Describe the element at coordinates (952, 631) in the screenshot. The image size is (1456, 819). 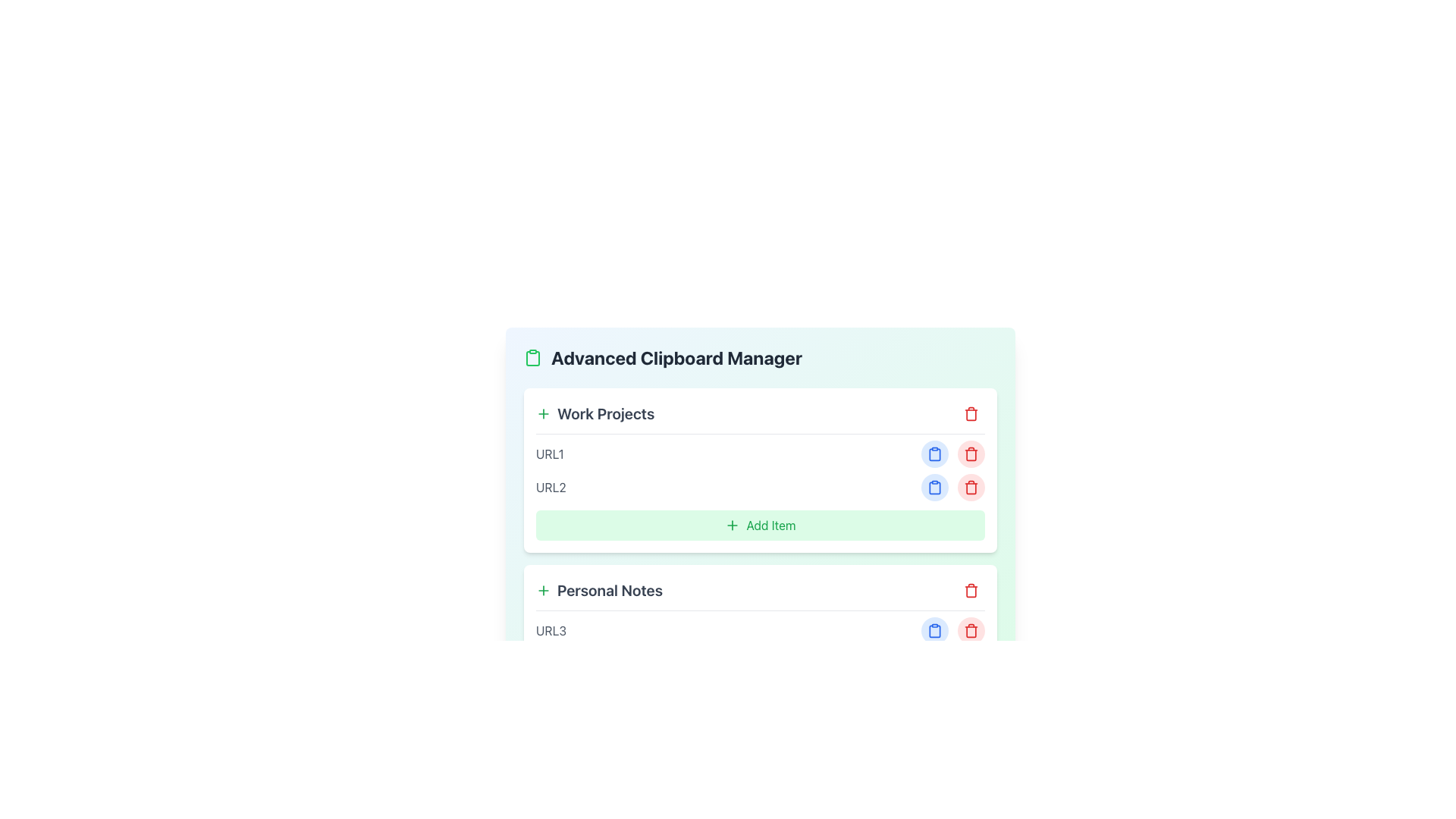
I see `the 'Copy' button in the interactive buttons group associated with the 'URL3' entry` at that location.